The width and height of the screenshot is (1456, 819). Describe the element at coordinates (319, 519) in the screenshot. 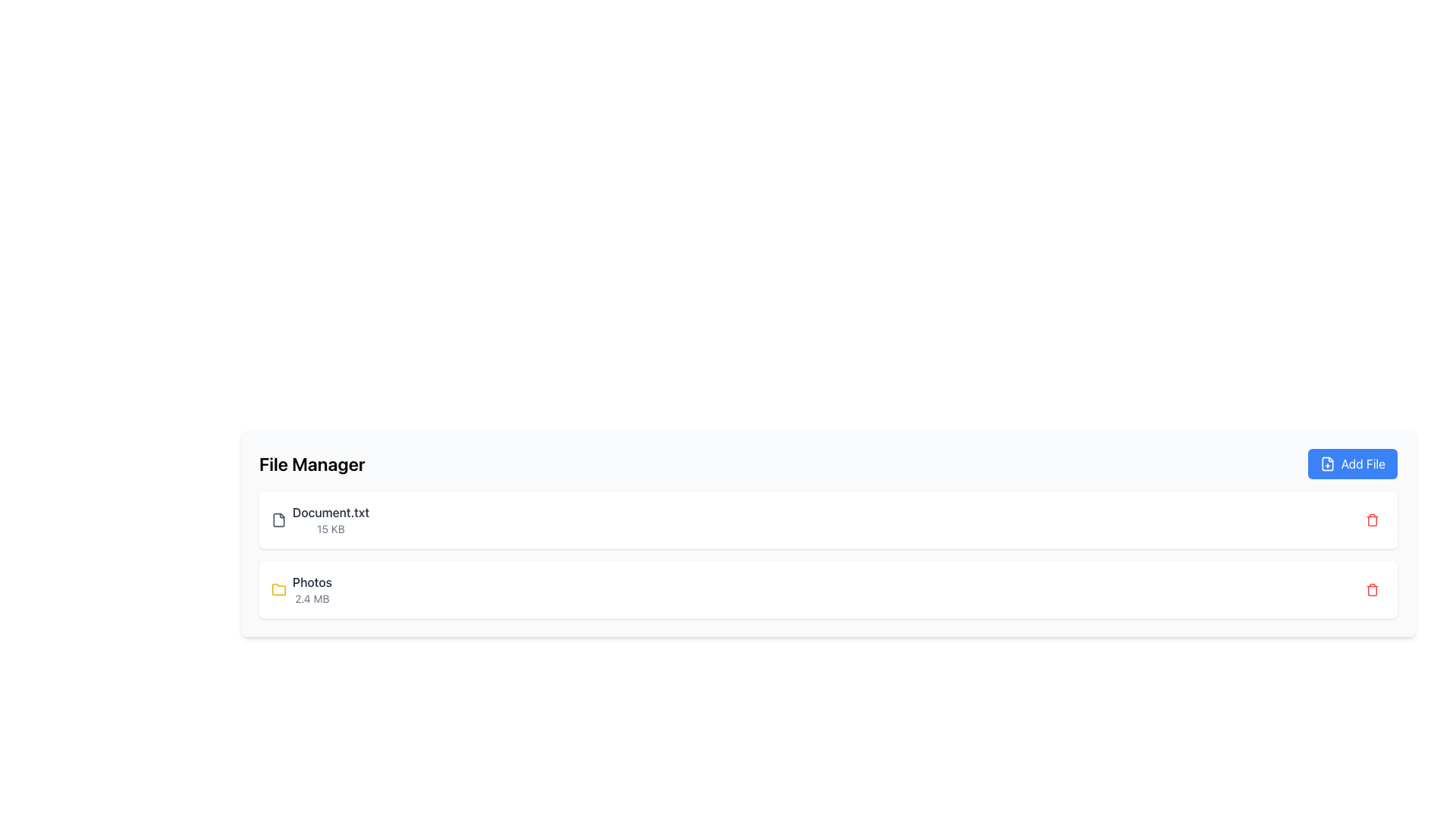

I see `to select the first list item representing the file 'Document.txt', which includes a document icon and displays '15 KB' in smaller text below it` at that location.